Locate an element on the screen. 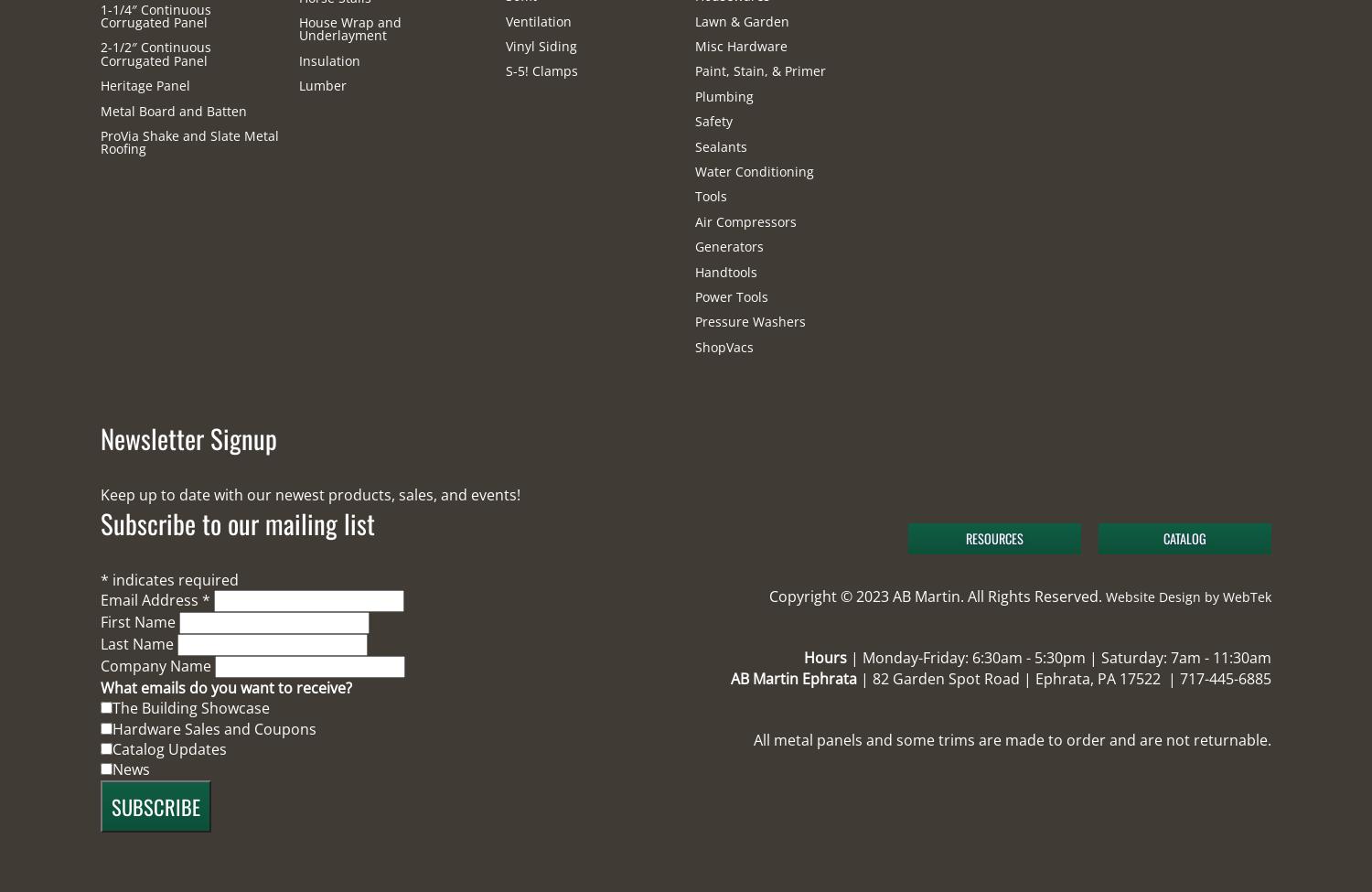 This screenshot has width=1372, height=892. 'Hours' is located at coordinates (824, 656).